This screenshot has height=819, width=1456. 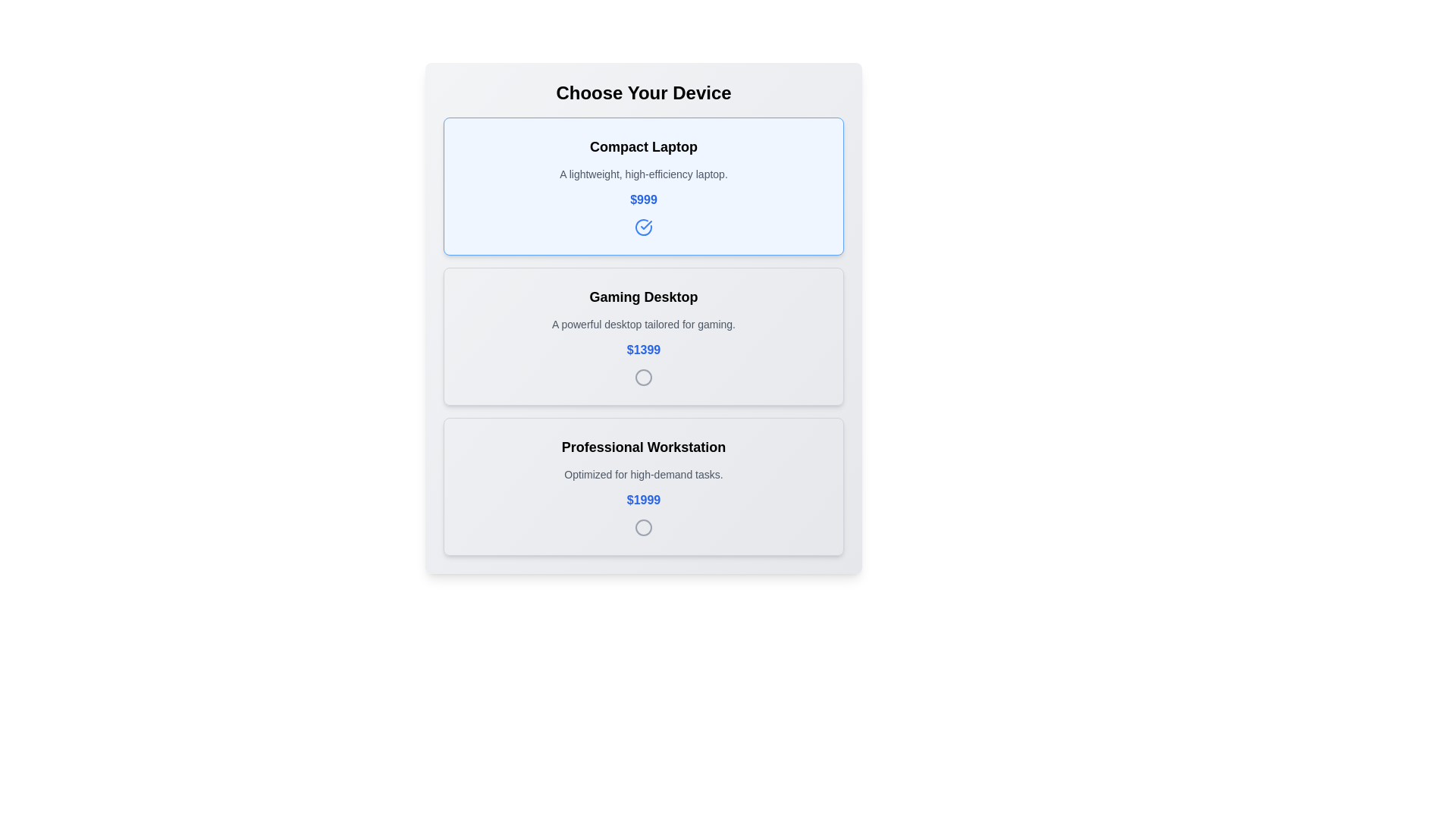 What do you see at coordinates (644, 297) in the screenshot?
I see `text from the 'Gaming Desktop' label, which is prominently displayed in bold within the 'Choose Your Device' section` at bounding box center [644, 297].